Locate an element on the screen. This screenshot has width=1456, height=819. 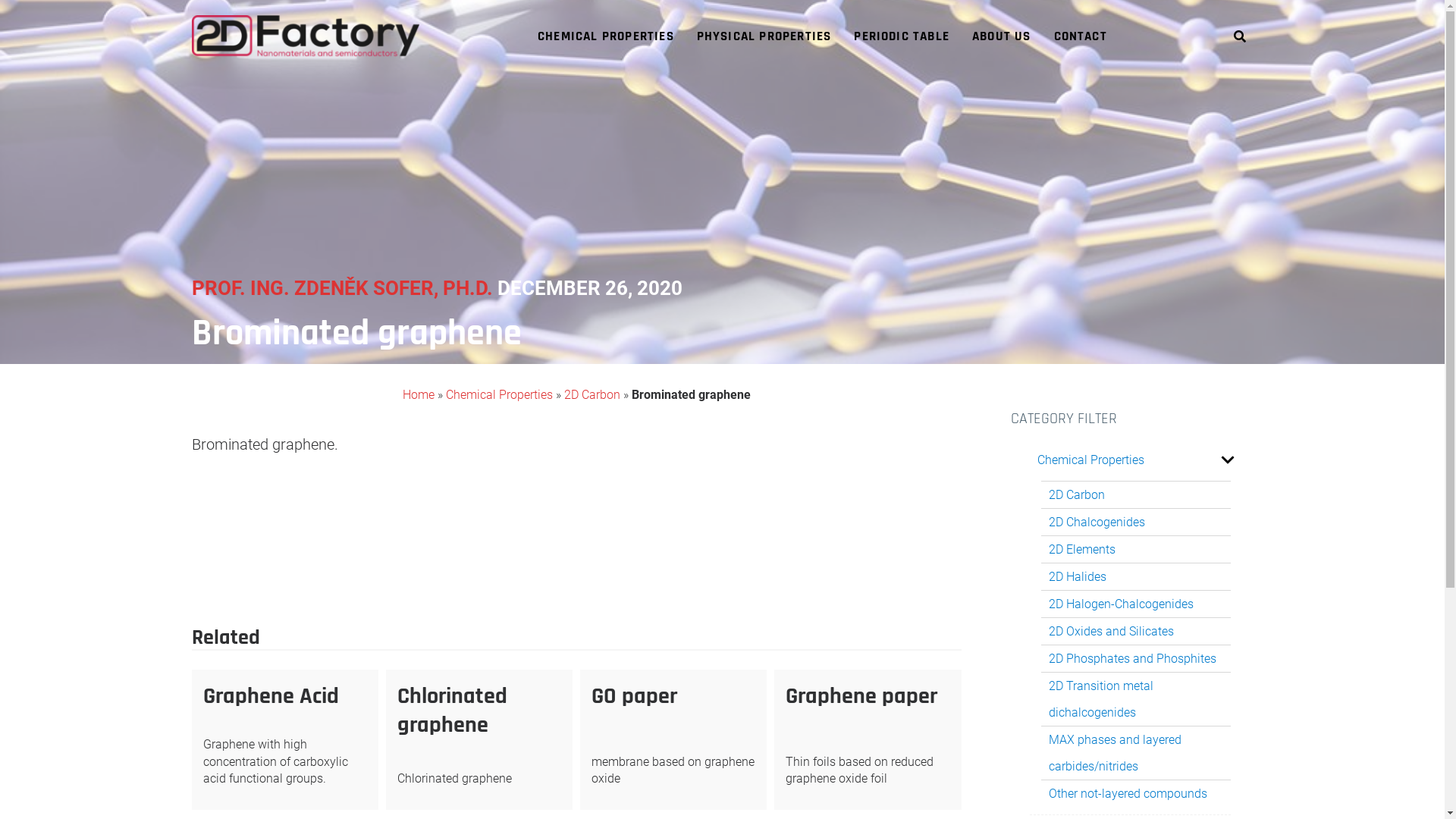
'Search' is located at coordinates (1207, 93).